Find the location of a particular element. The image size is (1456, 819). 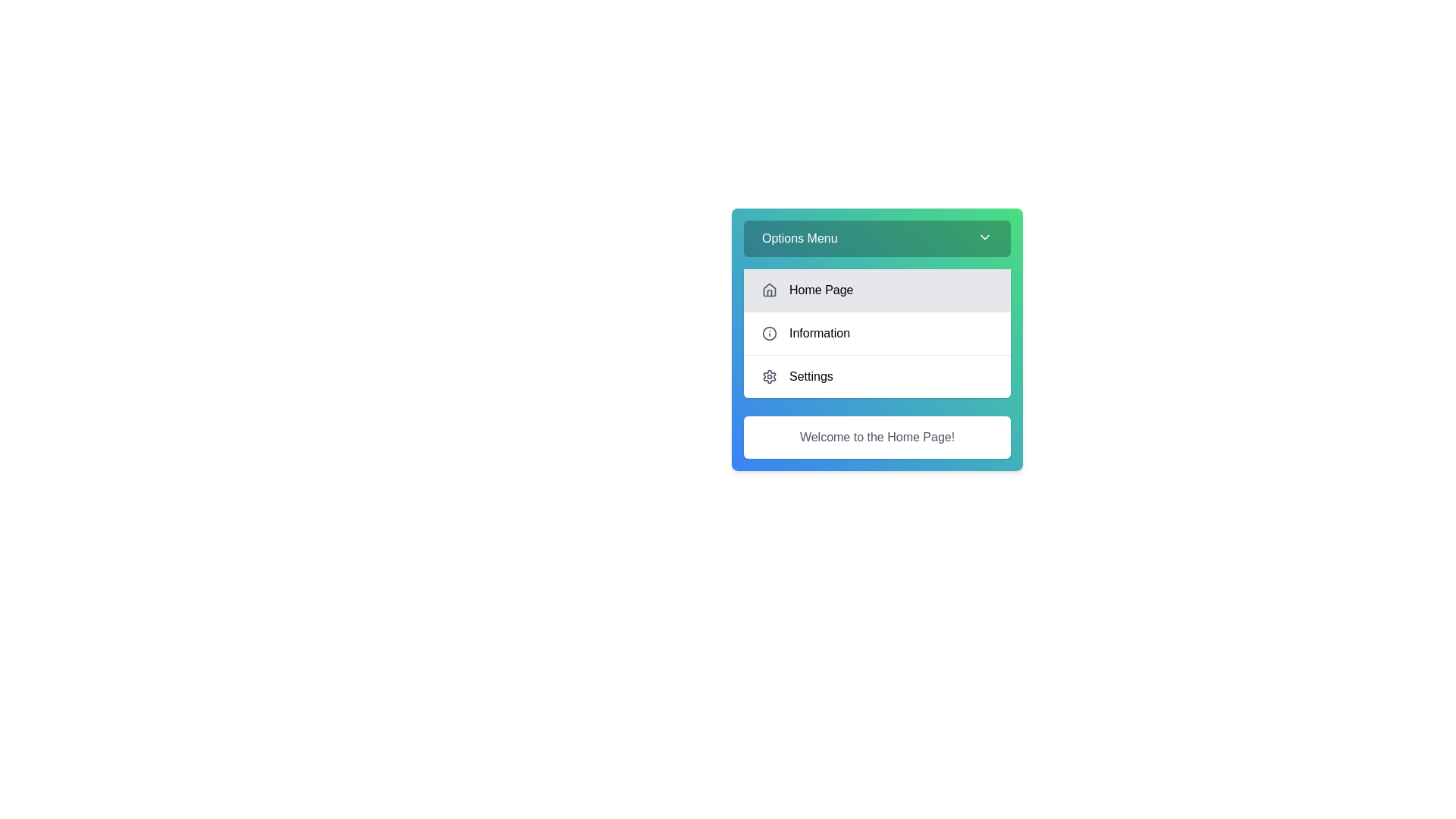

the downward-facing chevron icon located in the top-right corner of the 'Options Menu' header is located at coordinates (985, 237).